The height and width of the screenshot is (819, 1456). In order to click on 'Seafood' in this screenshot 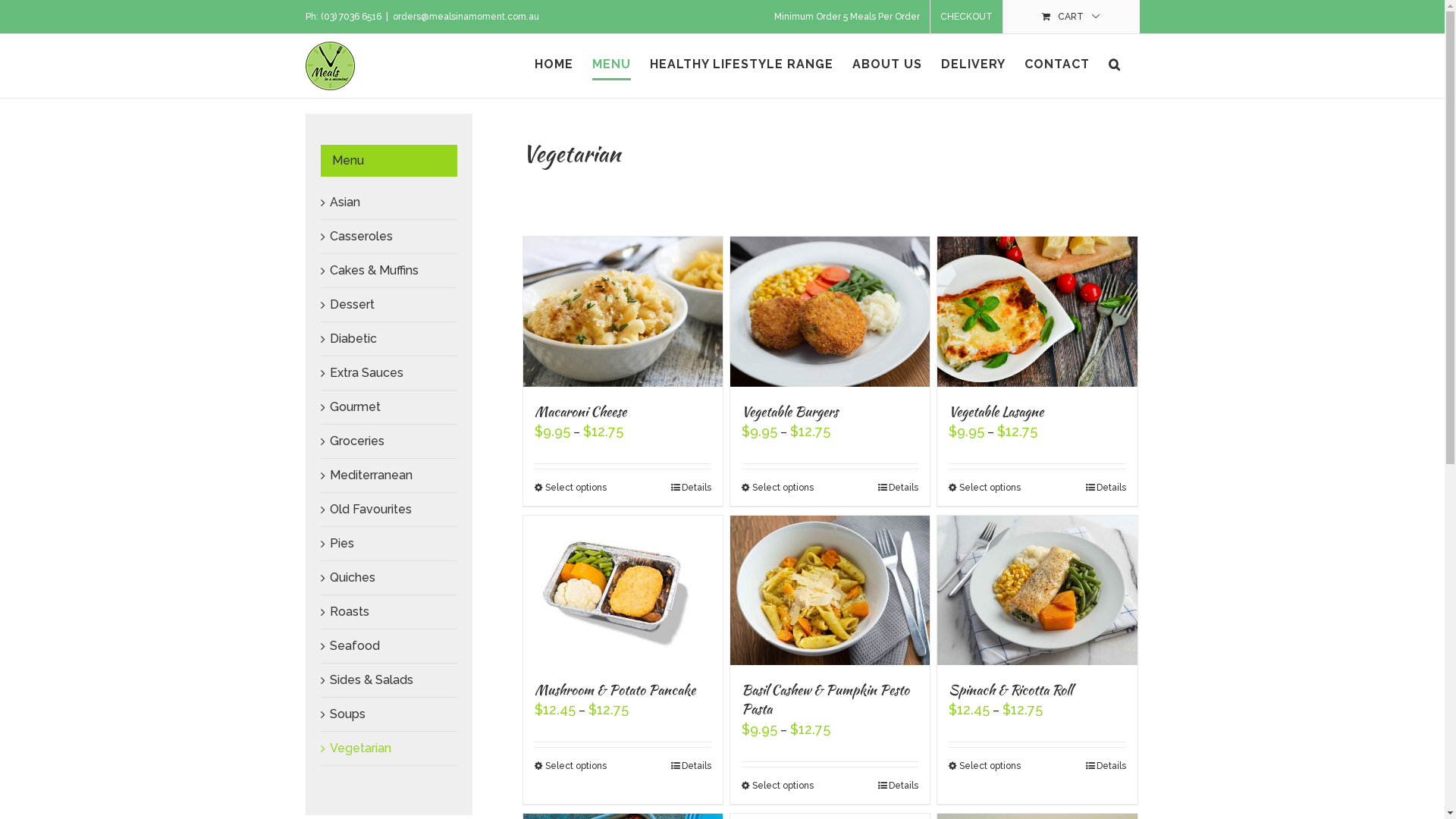, I will do `click(353, 645)`.